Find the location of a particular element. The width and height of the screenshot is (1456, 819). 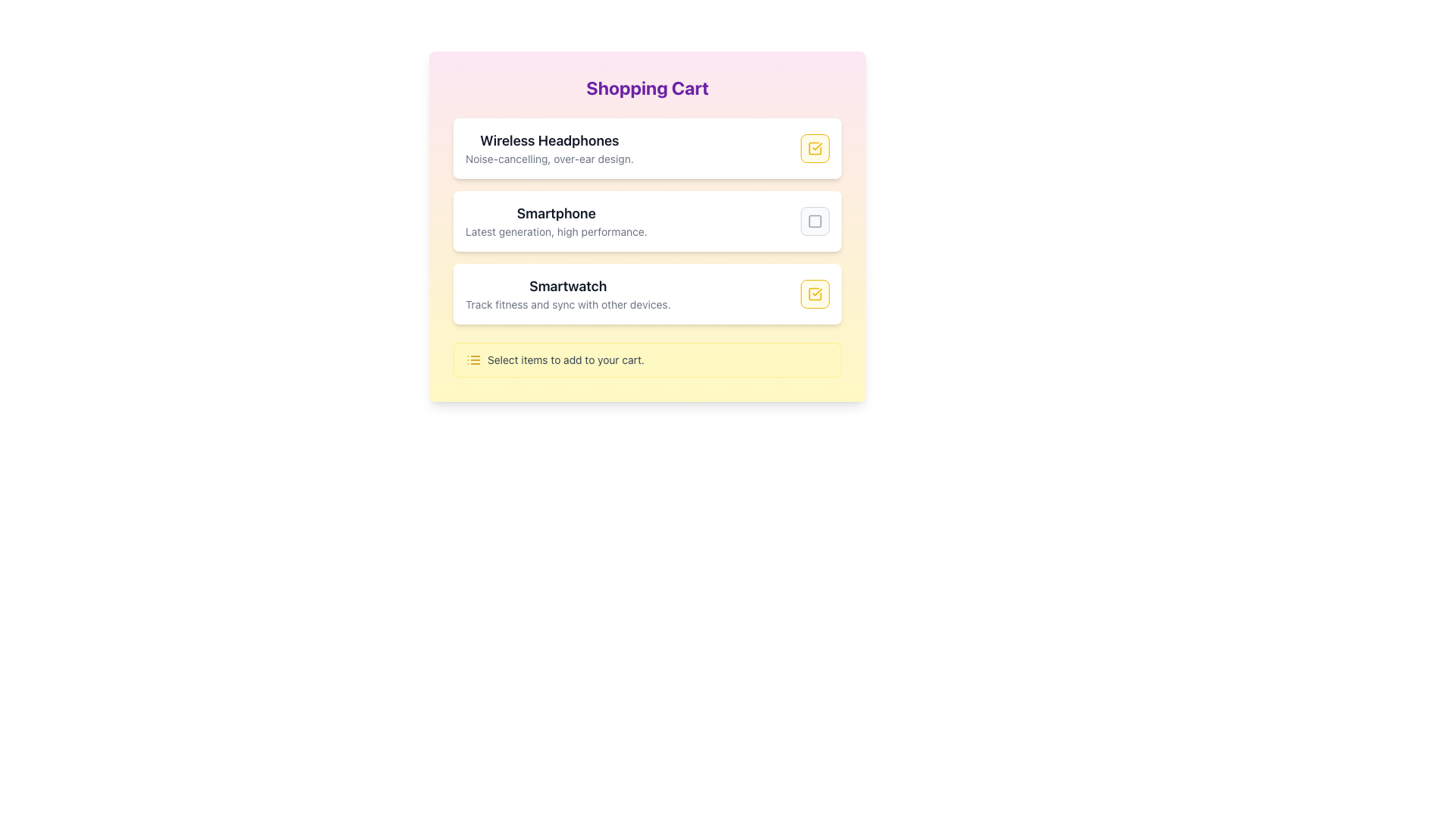

text of the List item labeled 'Smartwatch' with an interactive checkbox to learn about the product is located at coordinates (648, 294).